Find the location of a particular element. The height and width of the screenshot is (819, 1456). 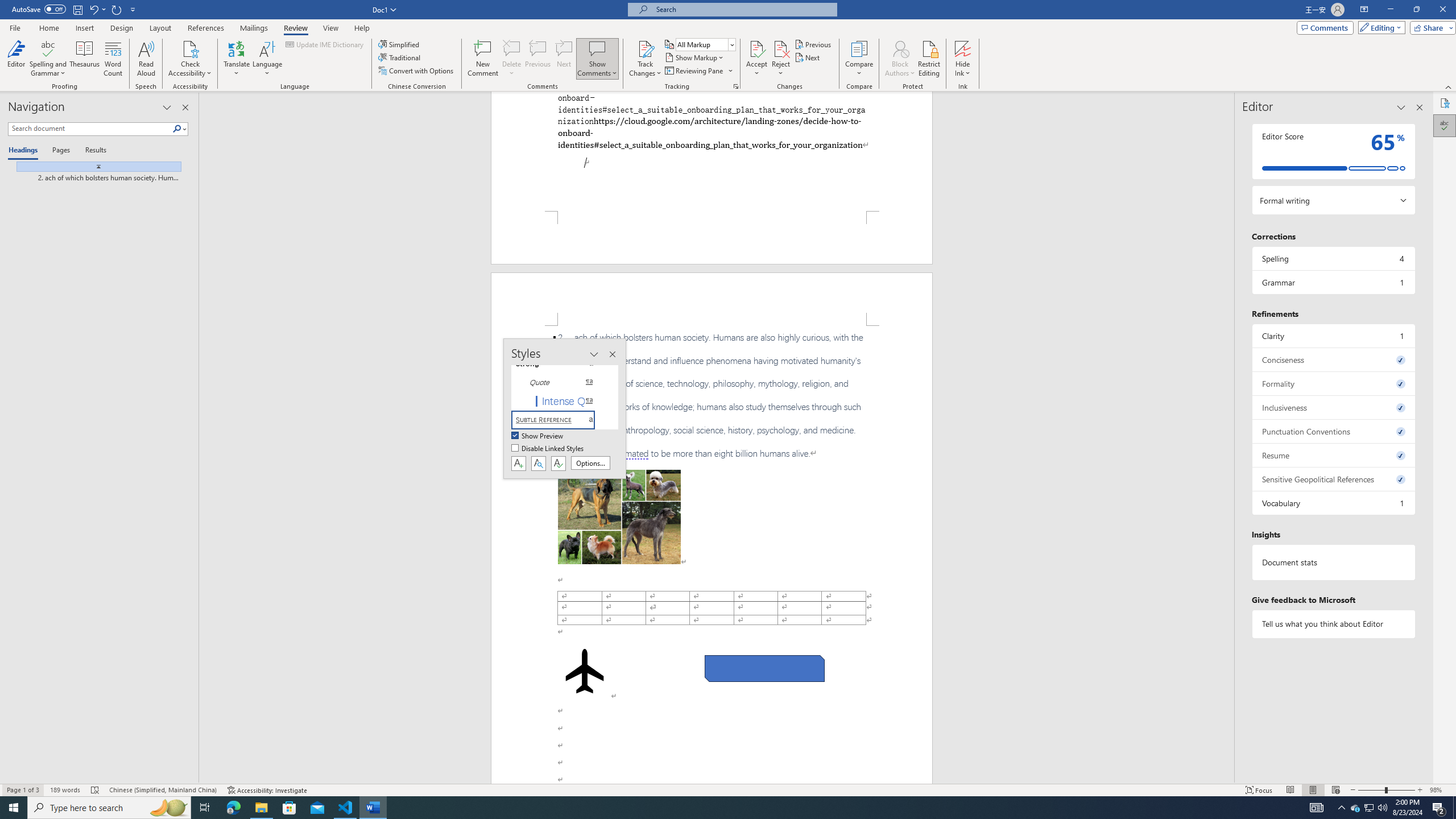

'Class: NetUIButton' is located at coordinates (559, 464).